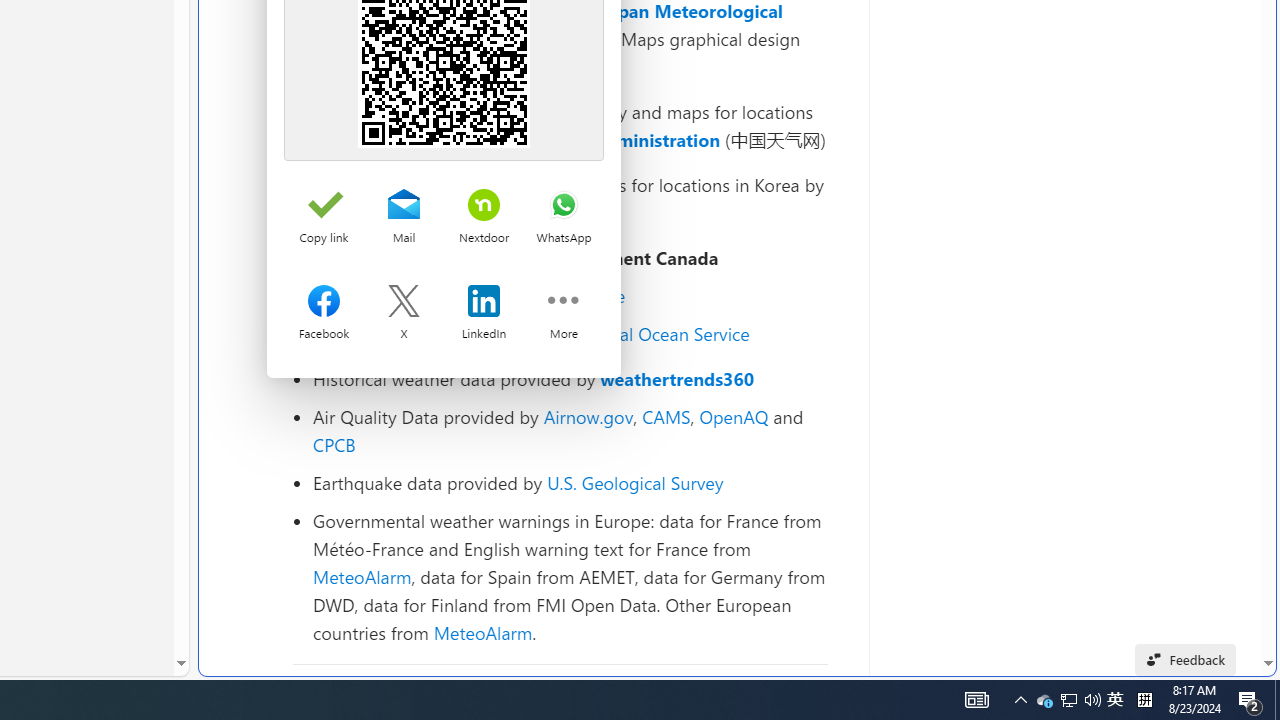 This screenshot has height=720, width=1280. Describe the element at coordinates (484, 303) in the screenshot. I see `'Share on LinkedIn'` at that location.